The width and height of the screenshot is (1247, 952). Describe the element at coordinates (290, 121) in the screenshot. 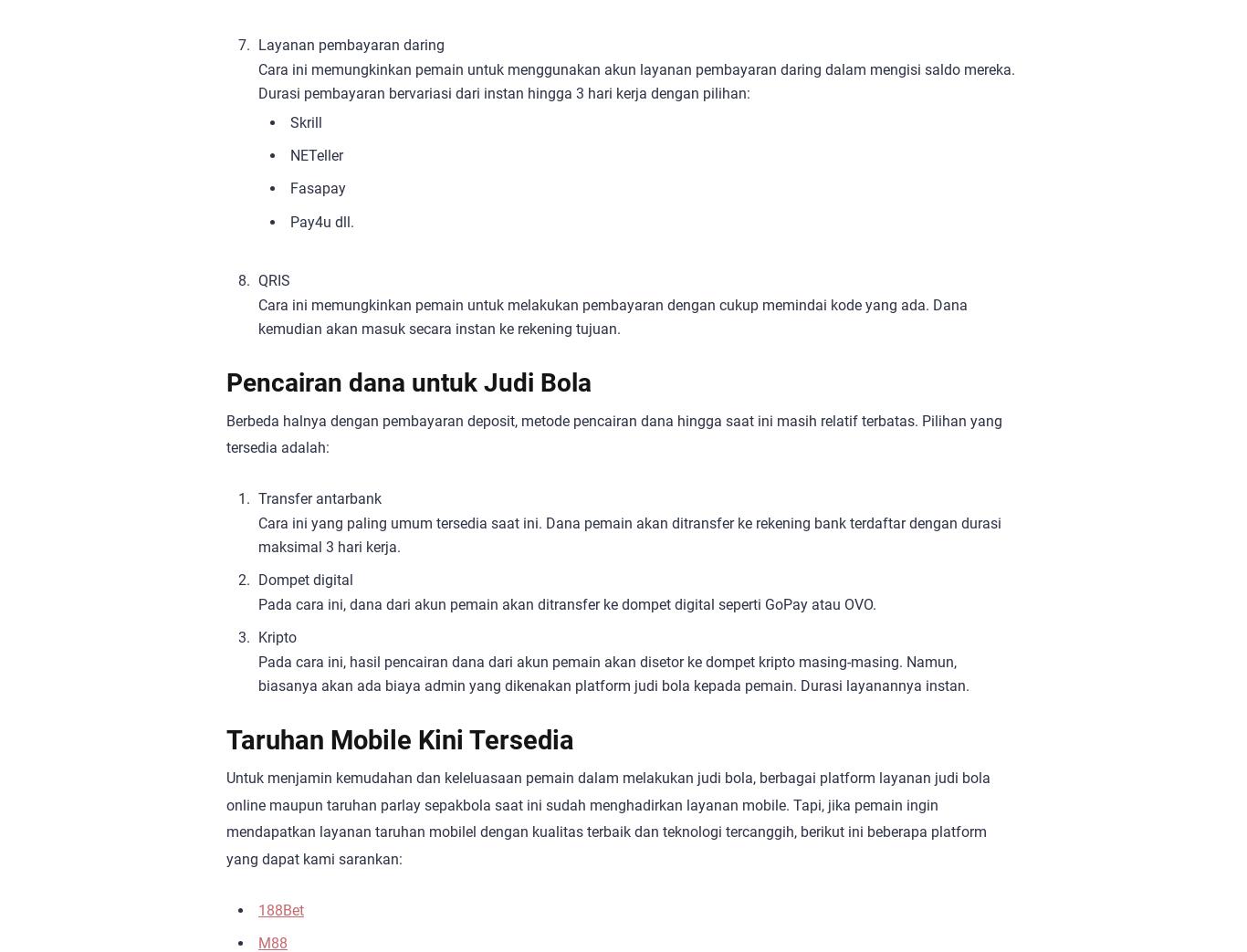

I see `'Skrill'` at that location.